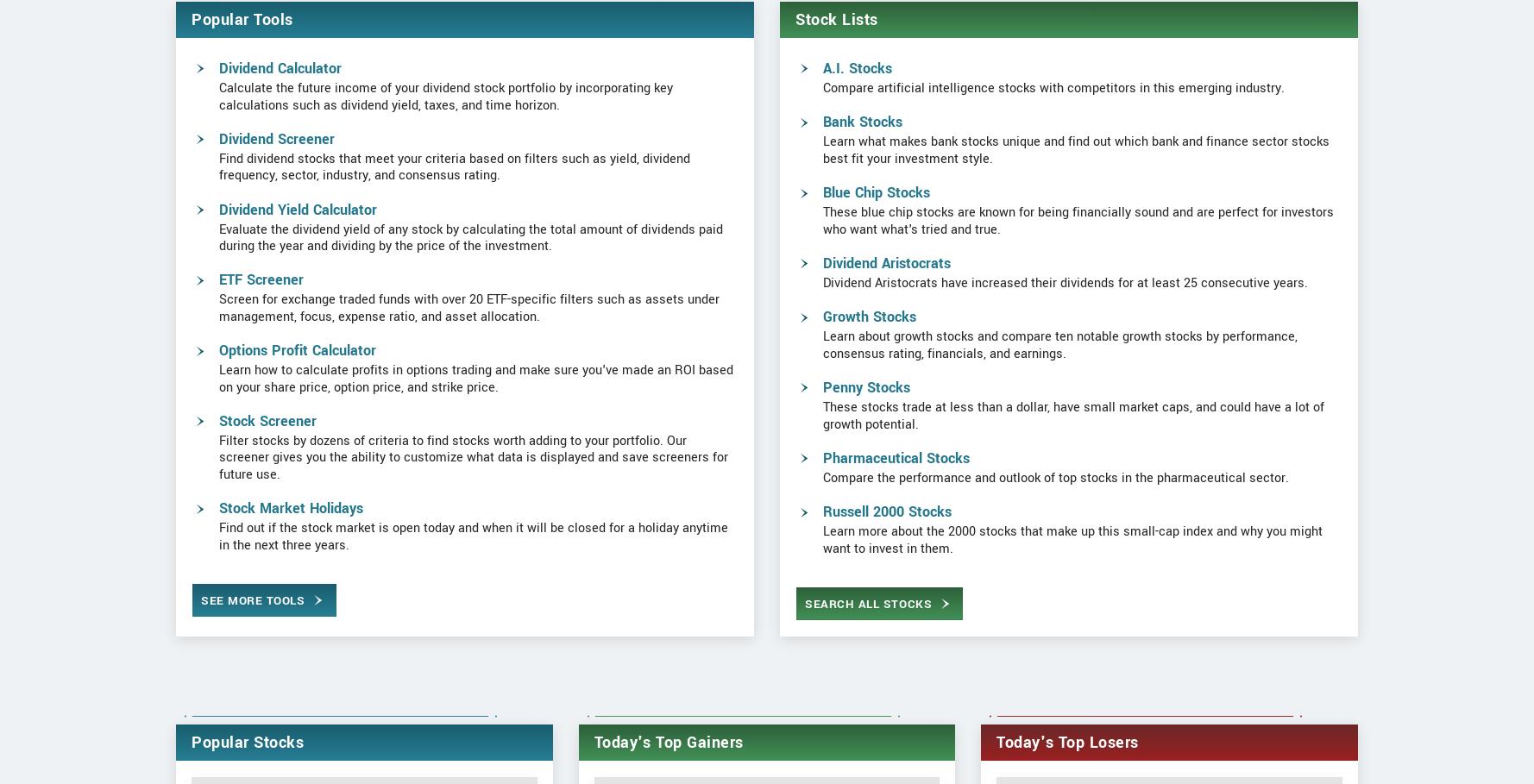  I want to click on 'Penny Stocks', so click(822, 453).